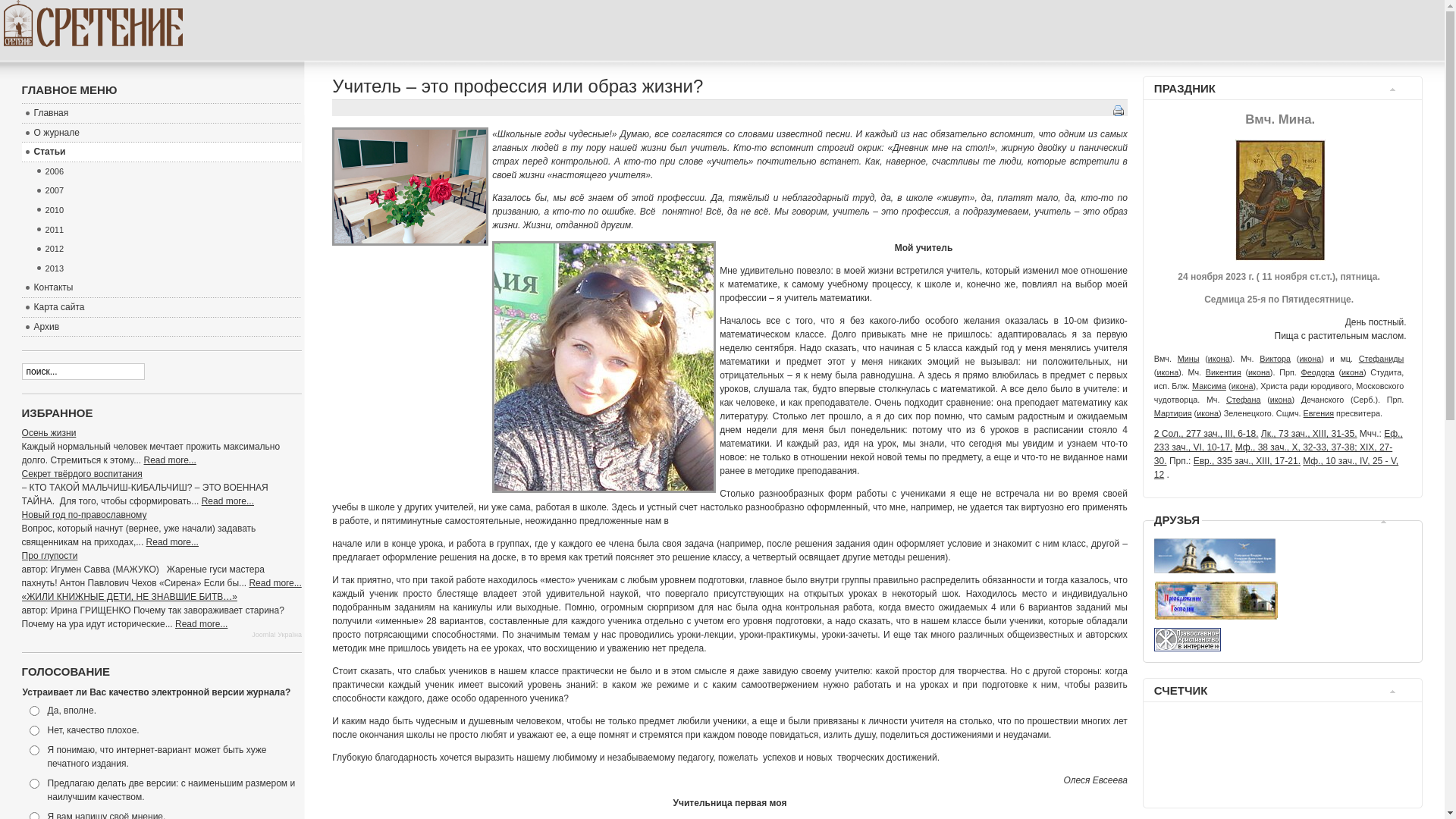 The height and width of the screenshot is (819, 1456). What do you see at coordinates (167, 268) in the screenshot?
I see `'2013'` at bounding box center [167, 268].